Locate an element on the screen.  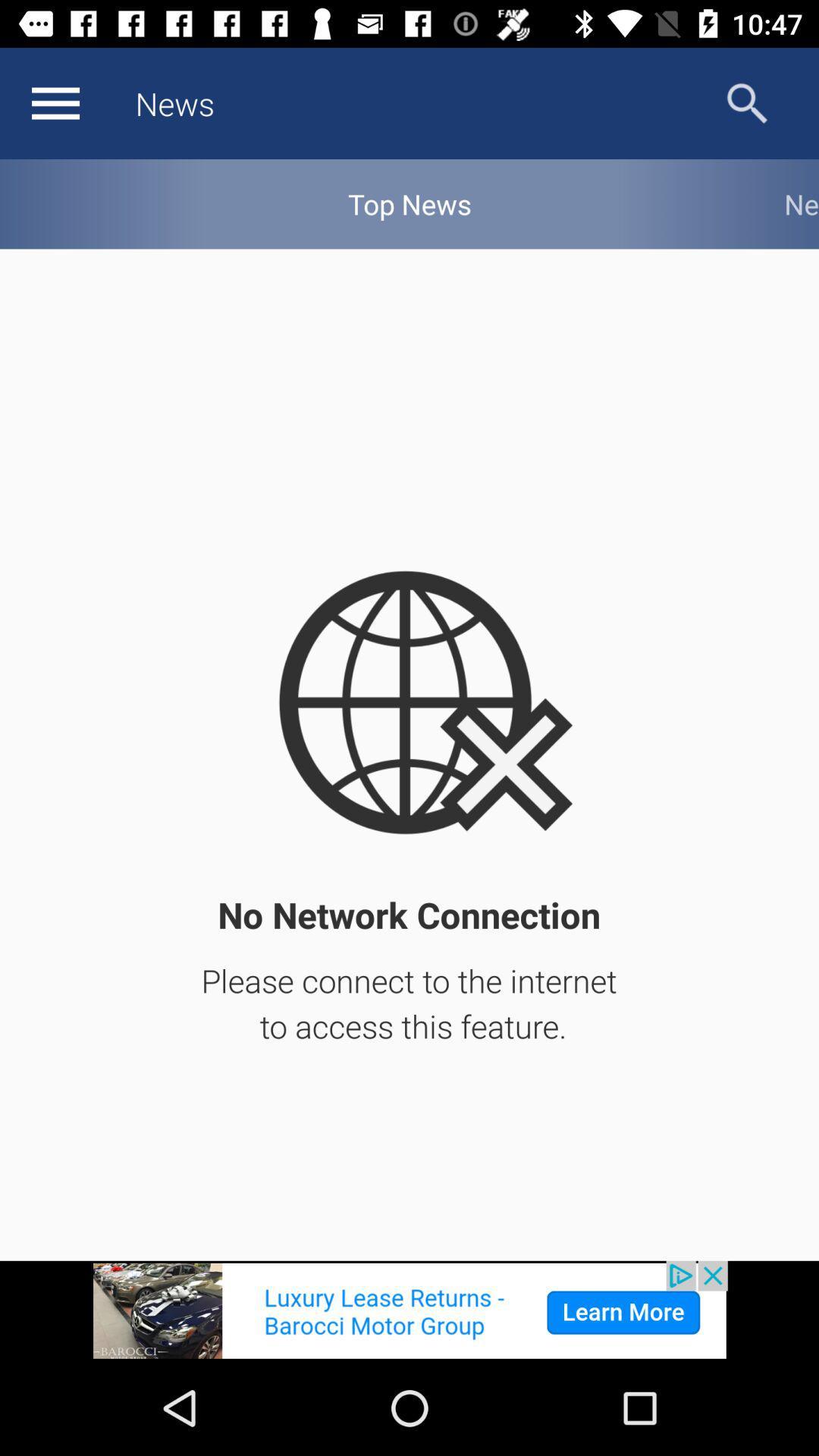
storage is located at coordinates (55, 102).